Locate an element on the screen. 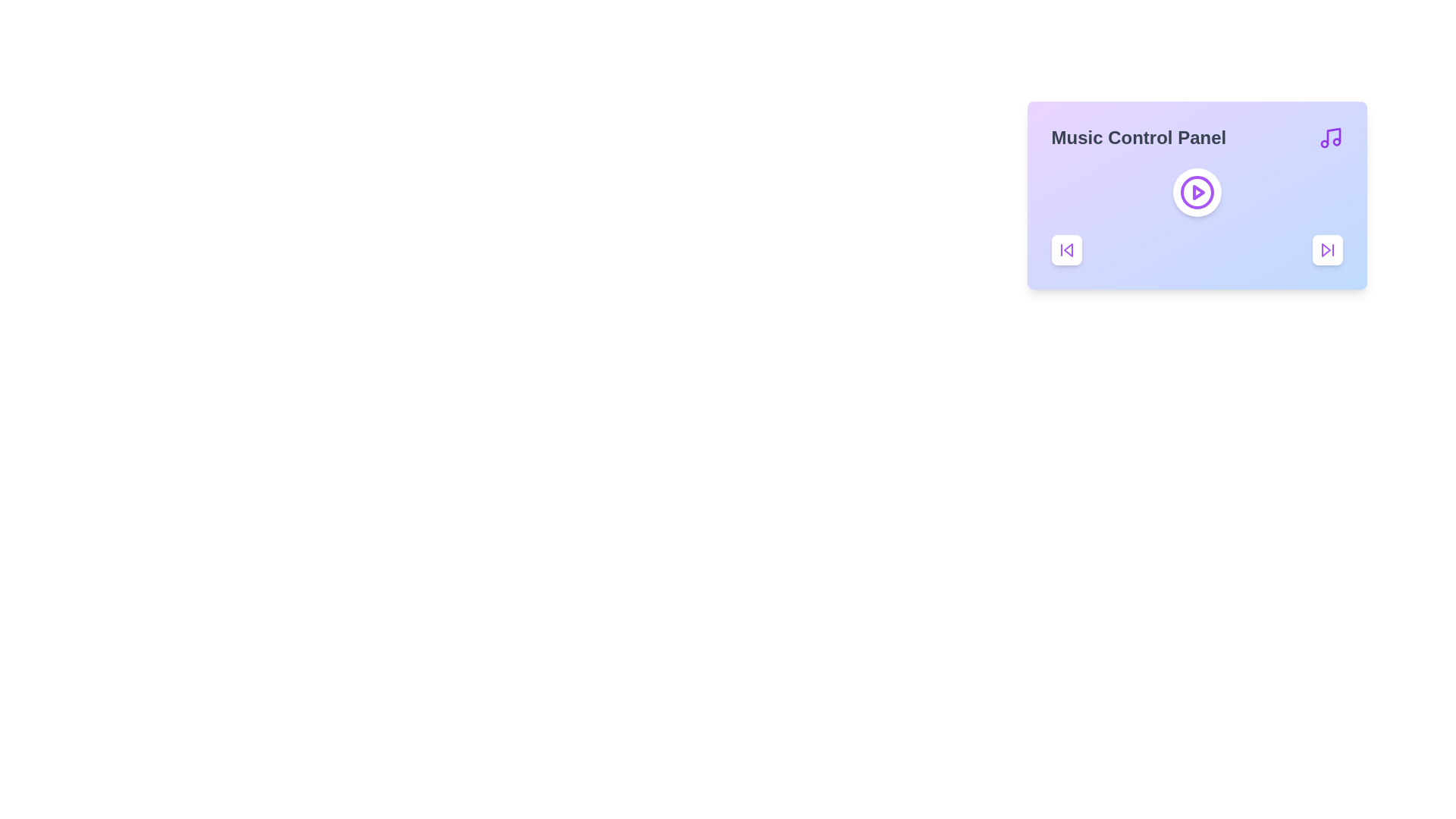 This screenshot has height=819, width=1456. the outer circular component of the play button located in the middle of the music control panel is located at coordinates (1196, 192).